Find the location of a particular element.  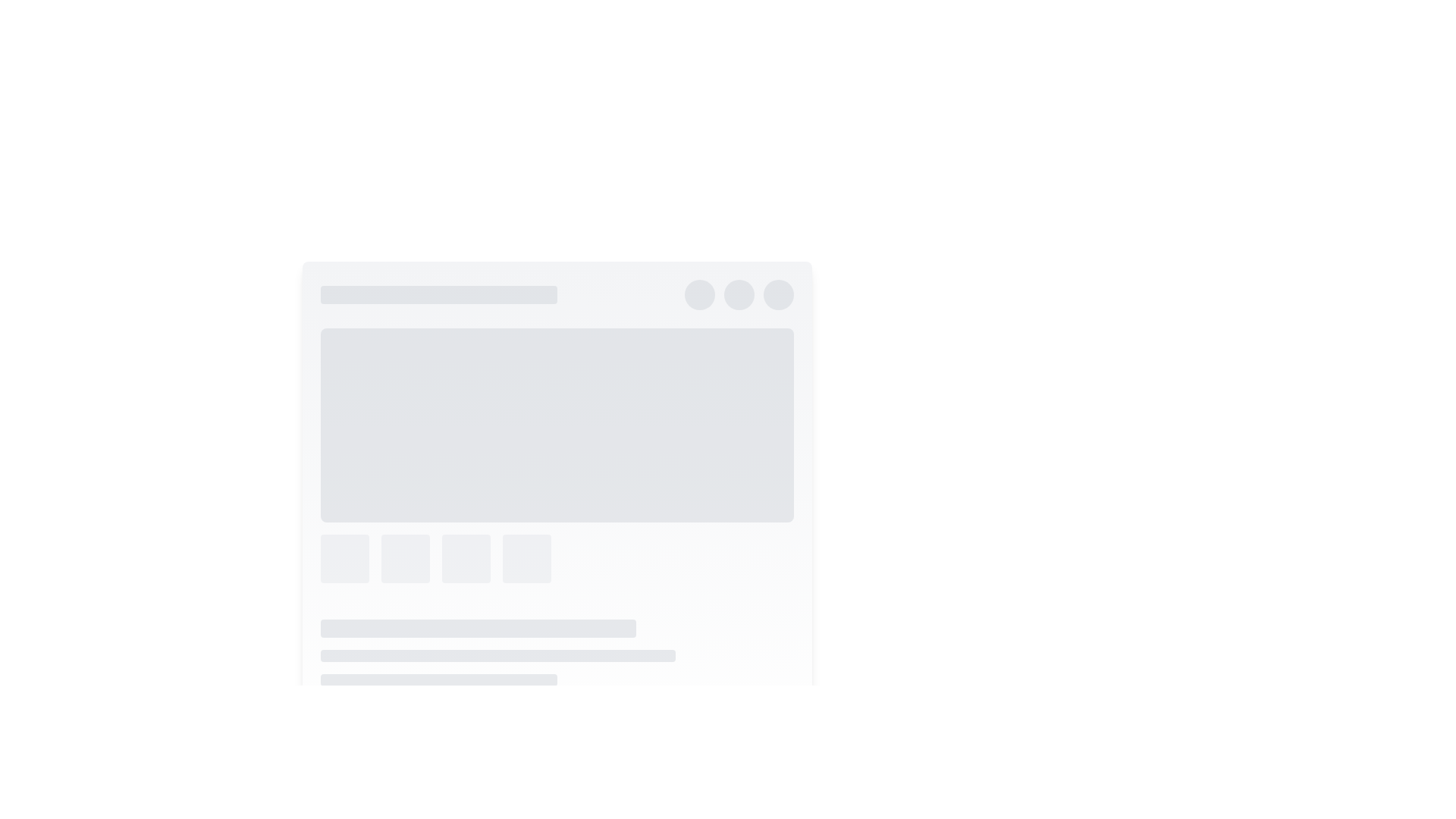

the third decorative placeholder element in a group of four at the bottom-center of the interface is located at coordinates (465, 558).